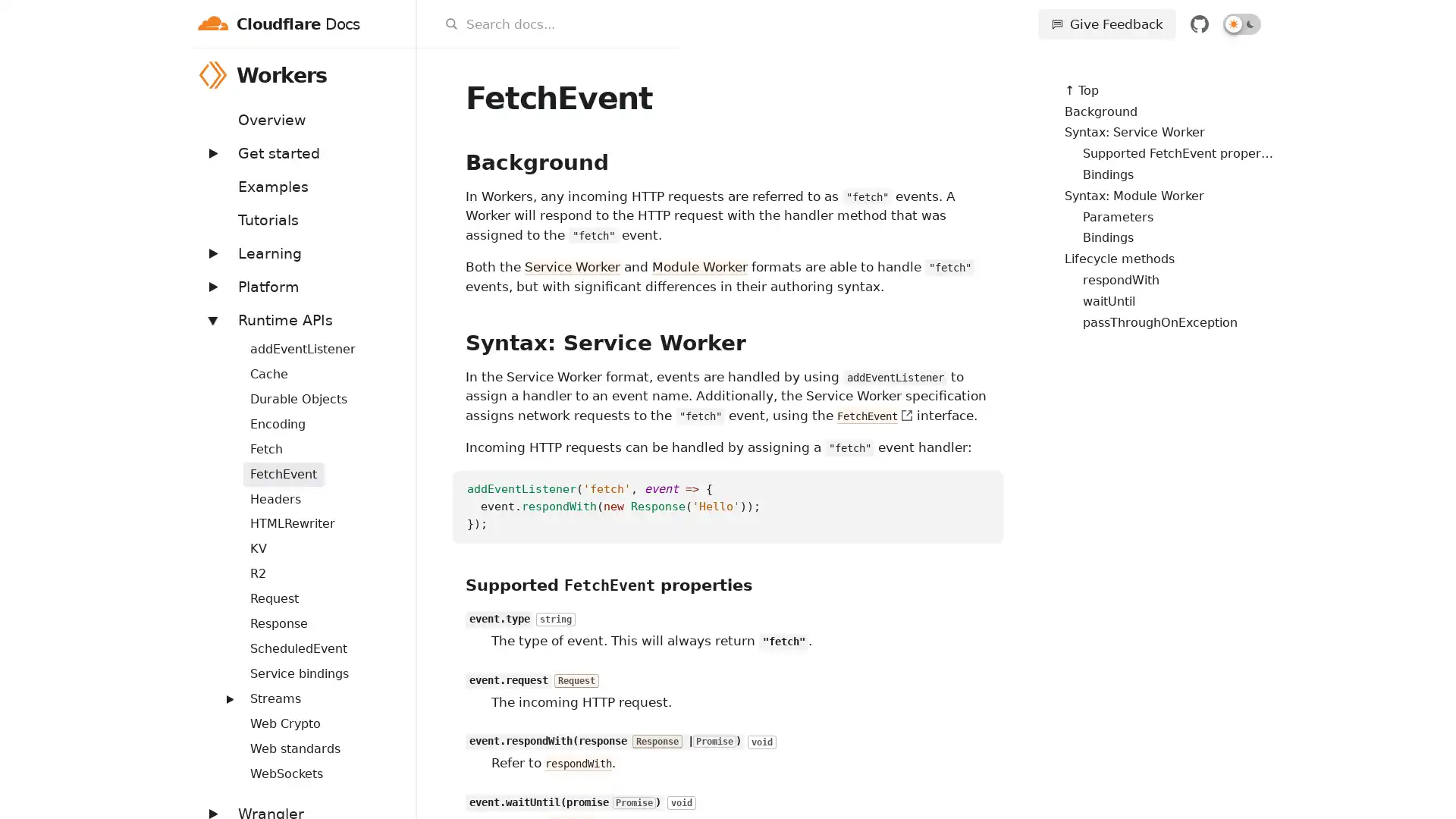  I want to click on Expand: Runtime APIs, so click(211, 318).